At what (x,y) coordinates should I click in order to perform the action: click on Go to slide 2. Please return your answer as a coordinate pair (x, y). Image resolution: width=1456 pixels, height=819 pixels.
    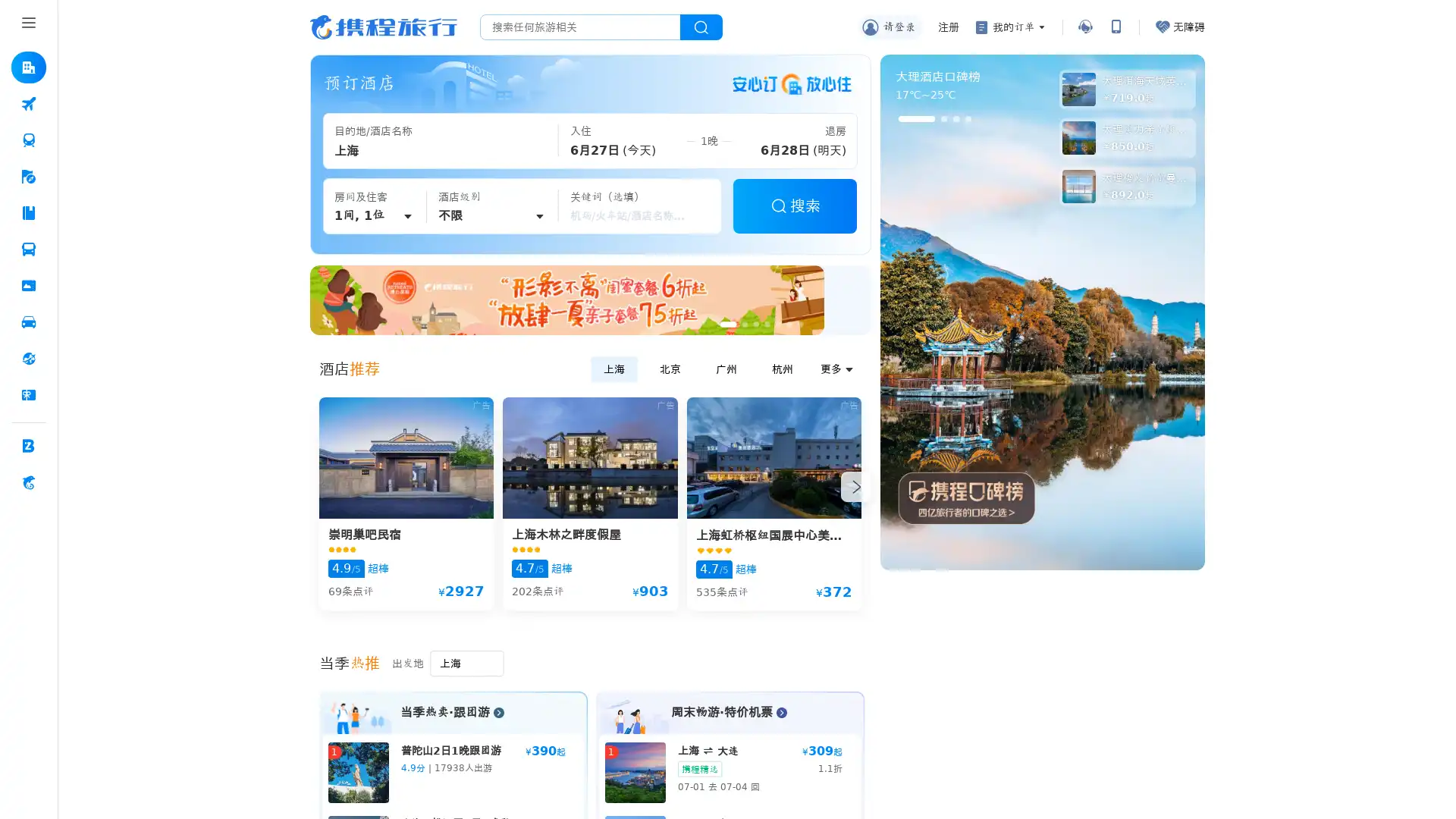
    Looking at the image, I should click on (783, 329).